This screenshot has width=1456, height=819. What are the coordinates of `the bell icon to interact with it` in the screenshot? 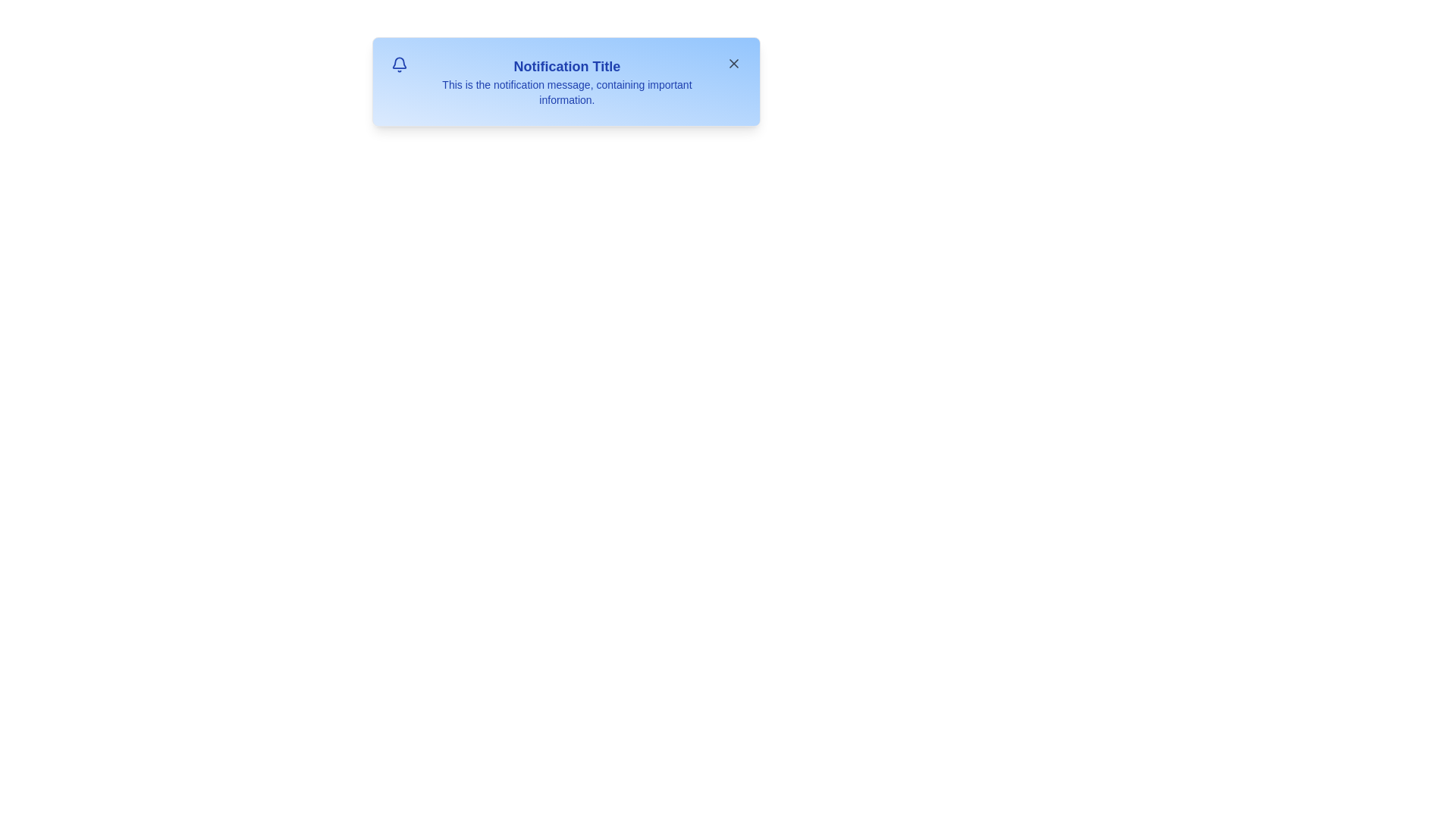 It's located at (399, 64).